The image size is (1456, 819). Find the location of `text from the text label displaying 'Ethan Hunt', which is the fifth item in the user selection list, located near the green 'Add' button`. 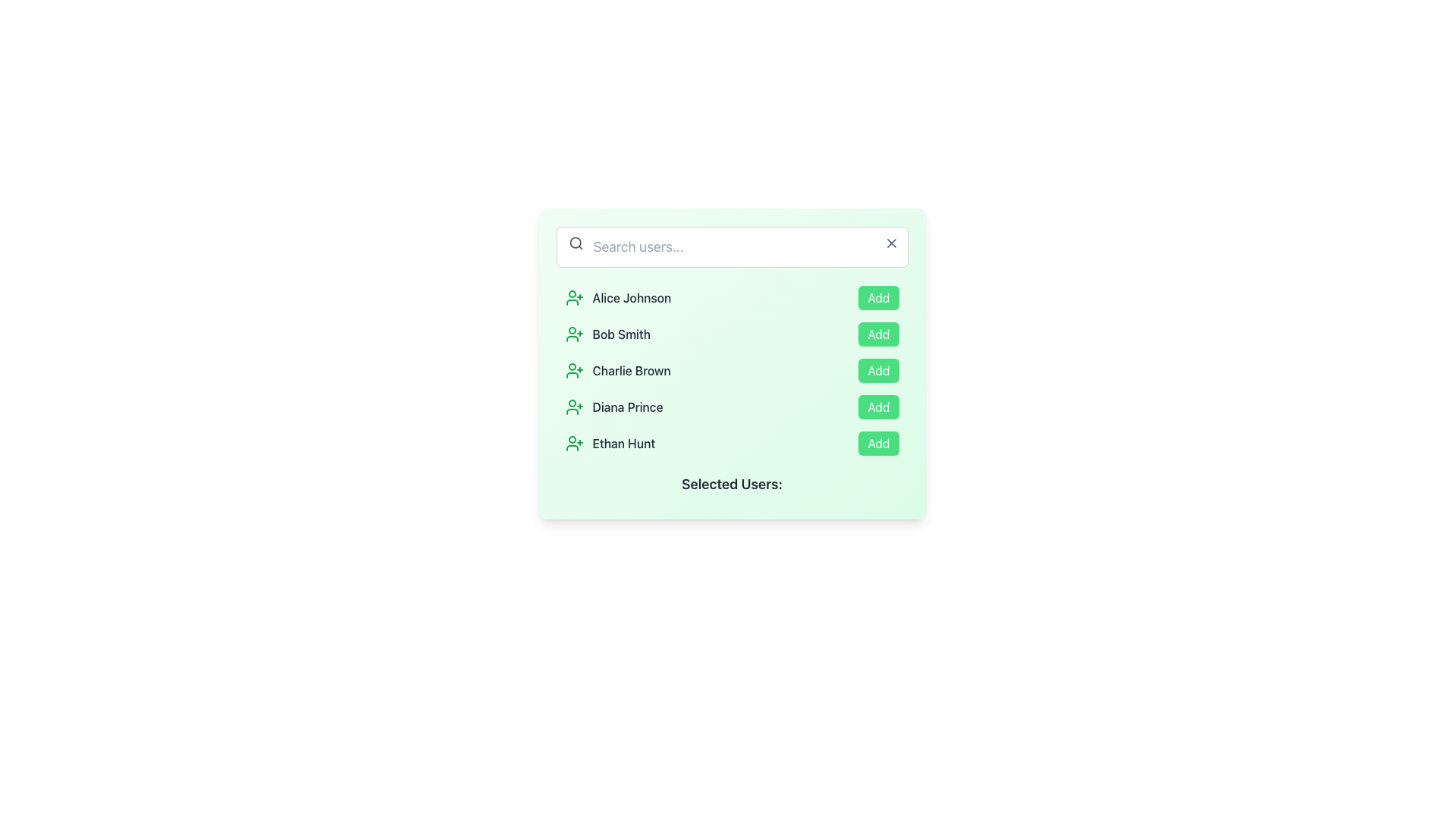

text from the text label displaying 'Ethan Hunt', which is the fifth item in the user selection list, located near the green 'Add' button is located at coordinates (610, 444).